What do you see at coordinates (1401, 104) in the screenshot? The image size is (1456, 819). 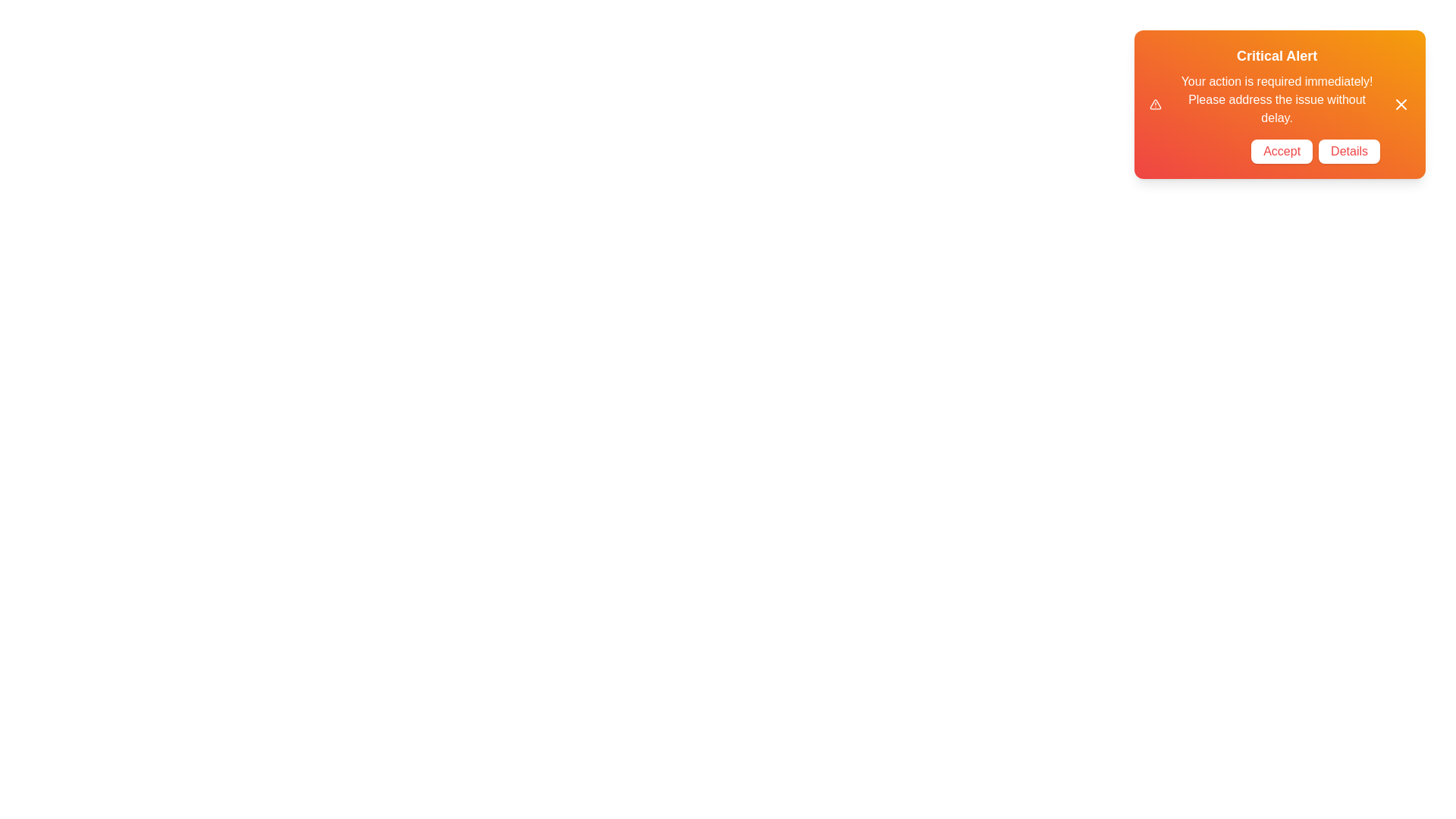 I see `the 'X' icon to observe hover effects` at bounding box center [1401, 104].